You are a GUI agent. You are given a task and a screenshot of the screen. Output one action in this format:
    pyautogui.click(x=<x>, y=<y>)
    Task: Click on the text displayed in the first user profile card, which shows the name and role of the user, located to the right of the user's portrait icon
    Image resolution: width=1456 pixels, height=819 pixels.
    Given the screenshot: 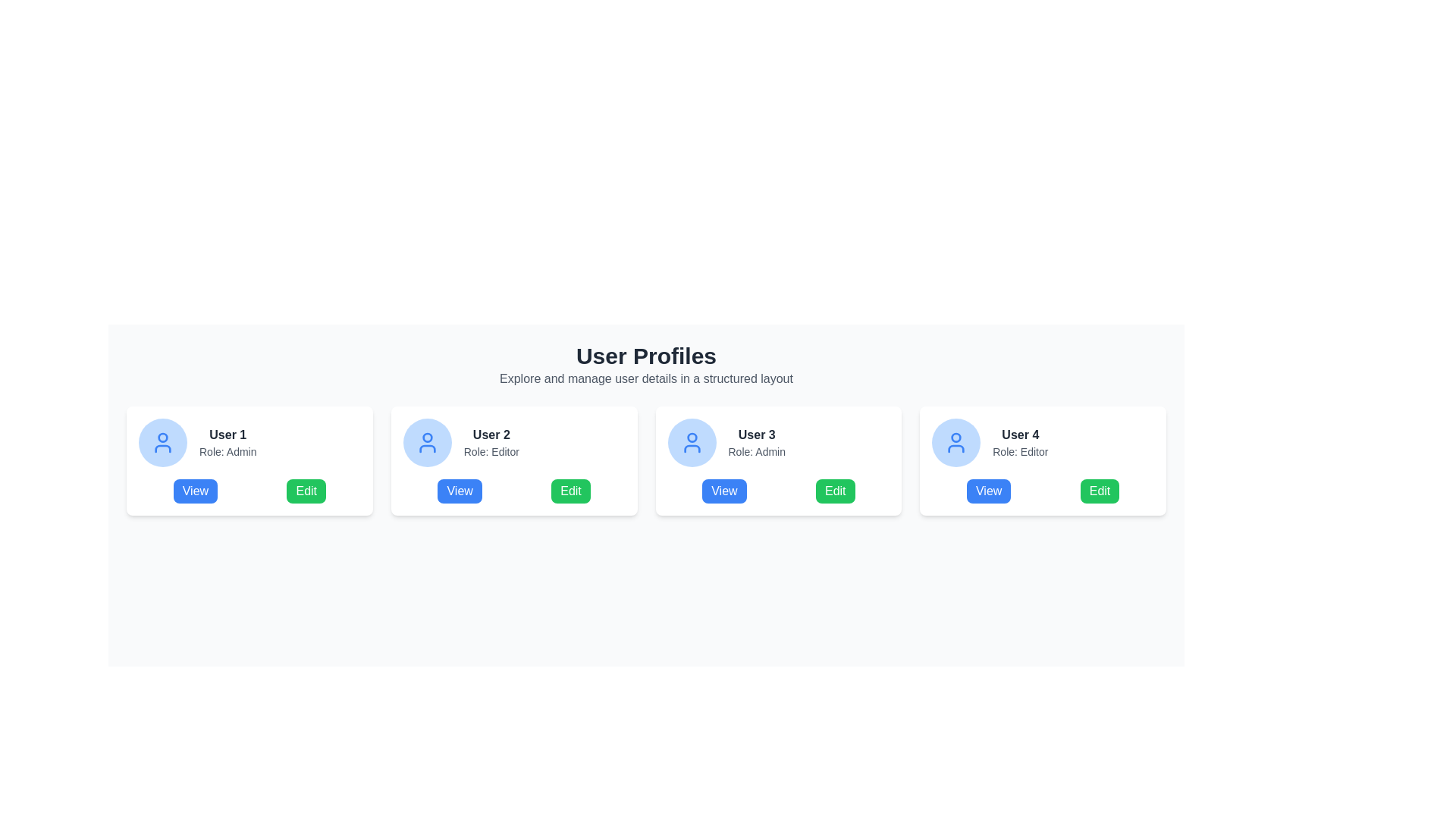 What is the action you would take?
    pyautogui.click(x=227, y=442)
    